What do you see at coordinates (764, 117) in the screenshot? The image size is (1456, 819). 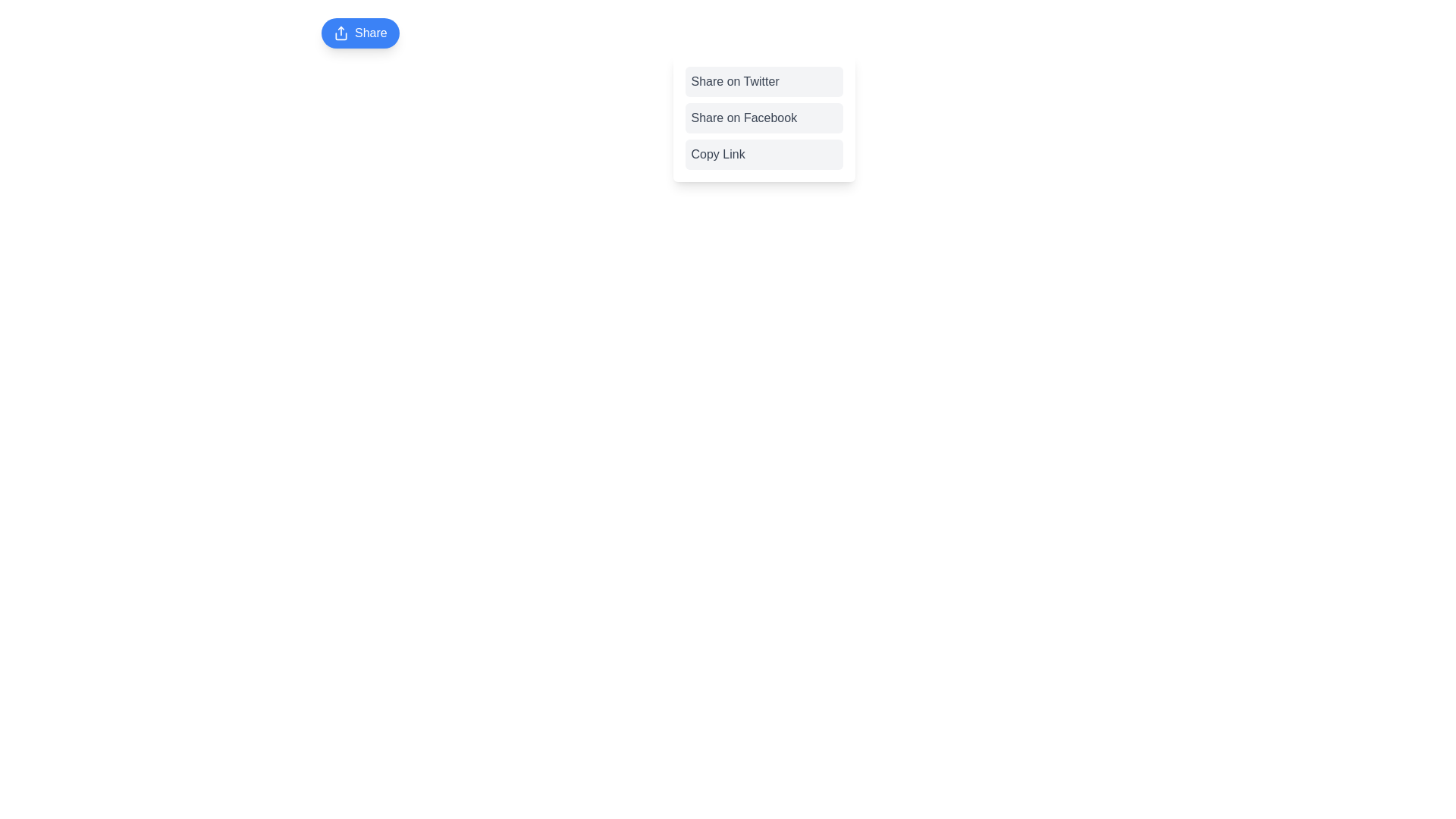 I see `the dropdown menu` at bounding box center [764, 117].